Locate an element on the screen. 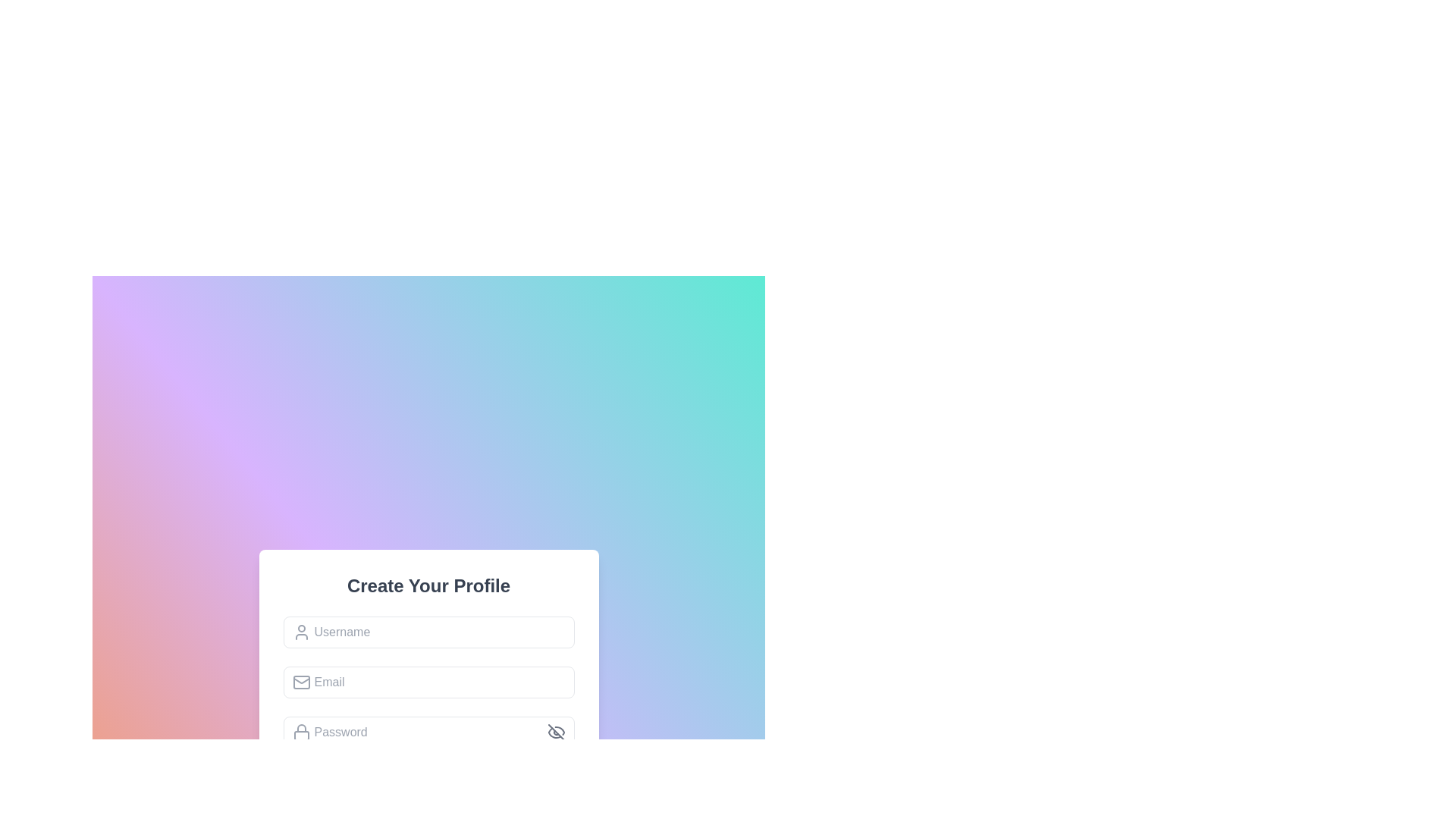 The width and height of the screenshot is (1456, 819). the 'hide' icon, which depicts an eye with a slash across it is located at coordinates (555, 731).